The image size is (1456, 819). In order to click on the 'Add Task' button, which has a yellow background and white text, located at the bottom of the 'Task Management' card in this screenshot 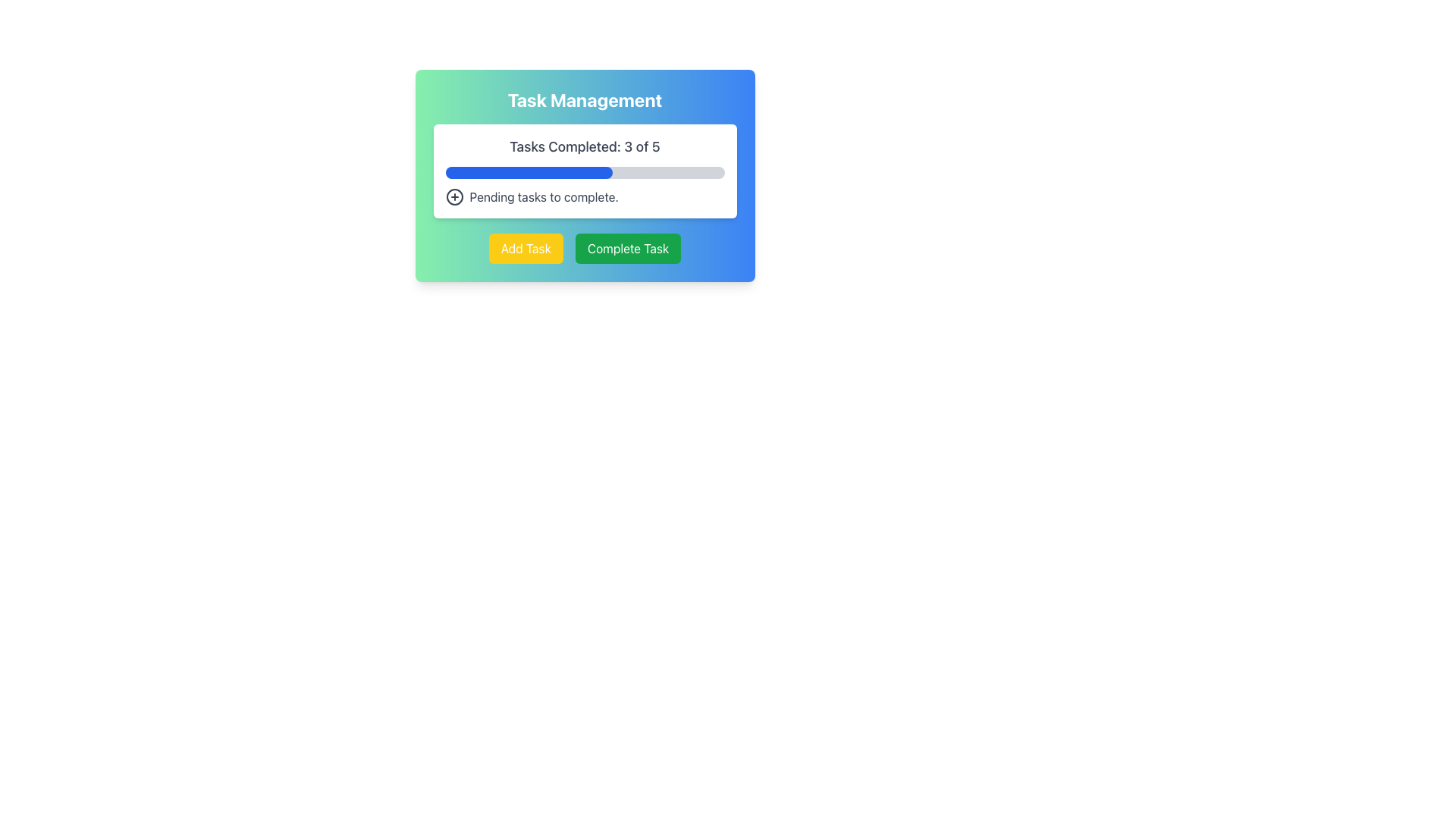, I will do `click(526, 247)`.